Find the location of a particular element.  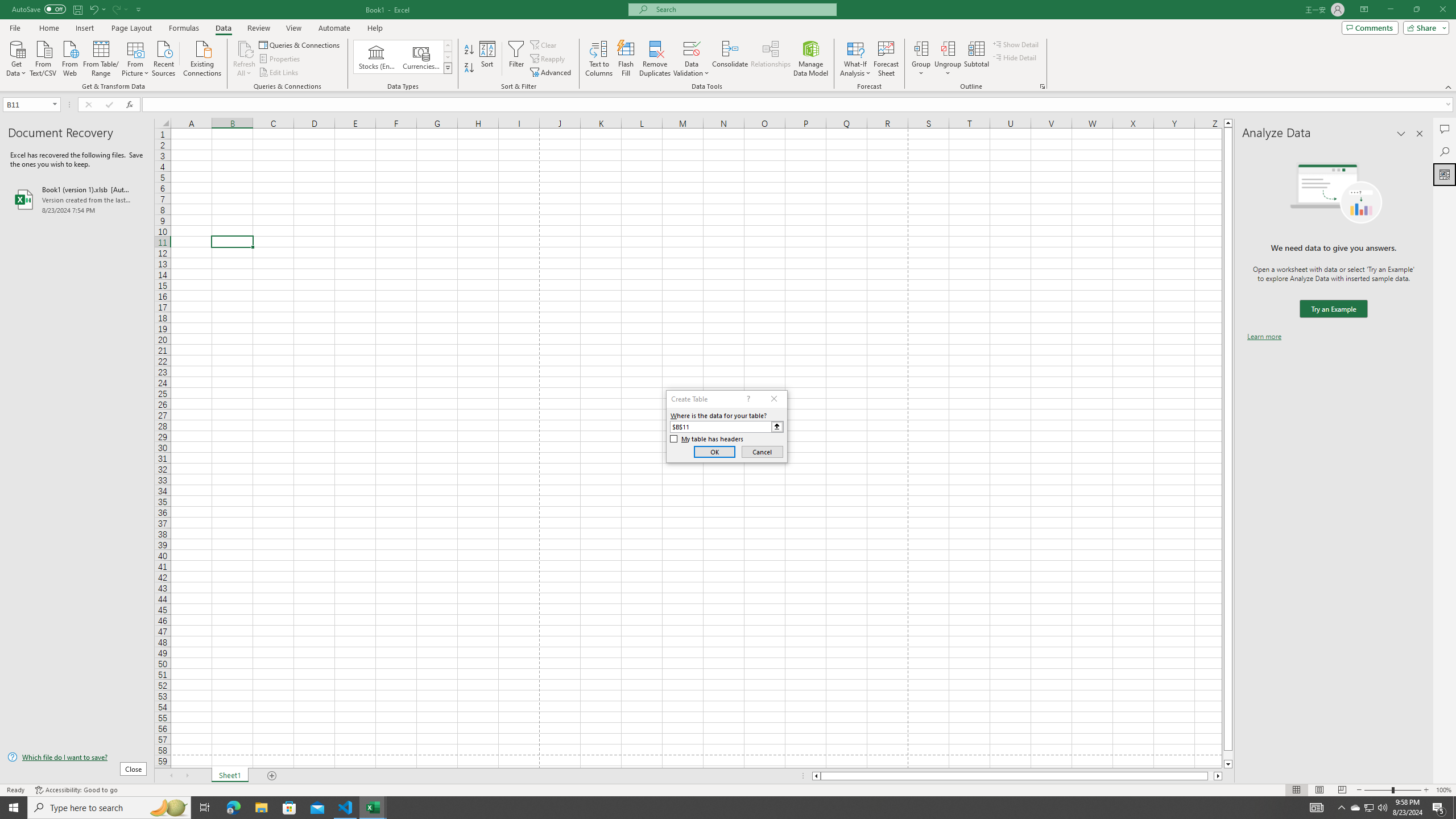

'Reapply' is located at coordinates (549, 59).